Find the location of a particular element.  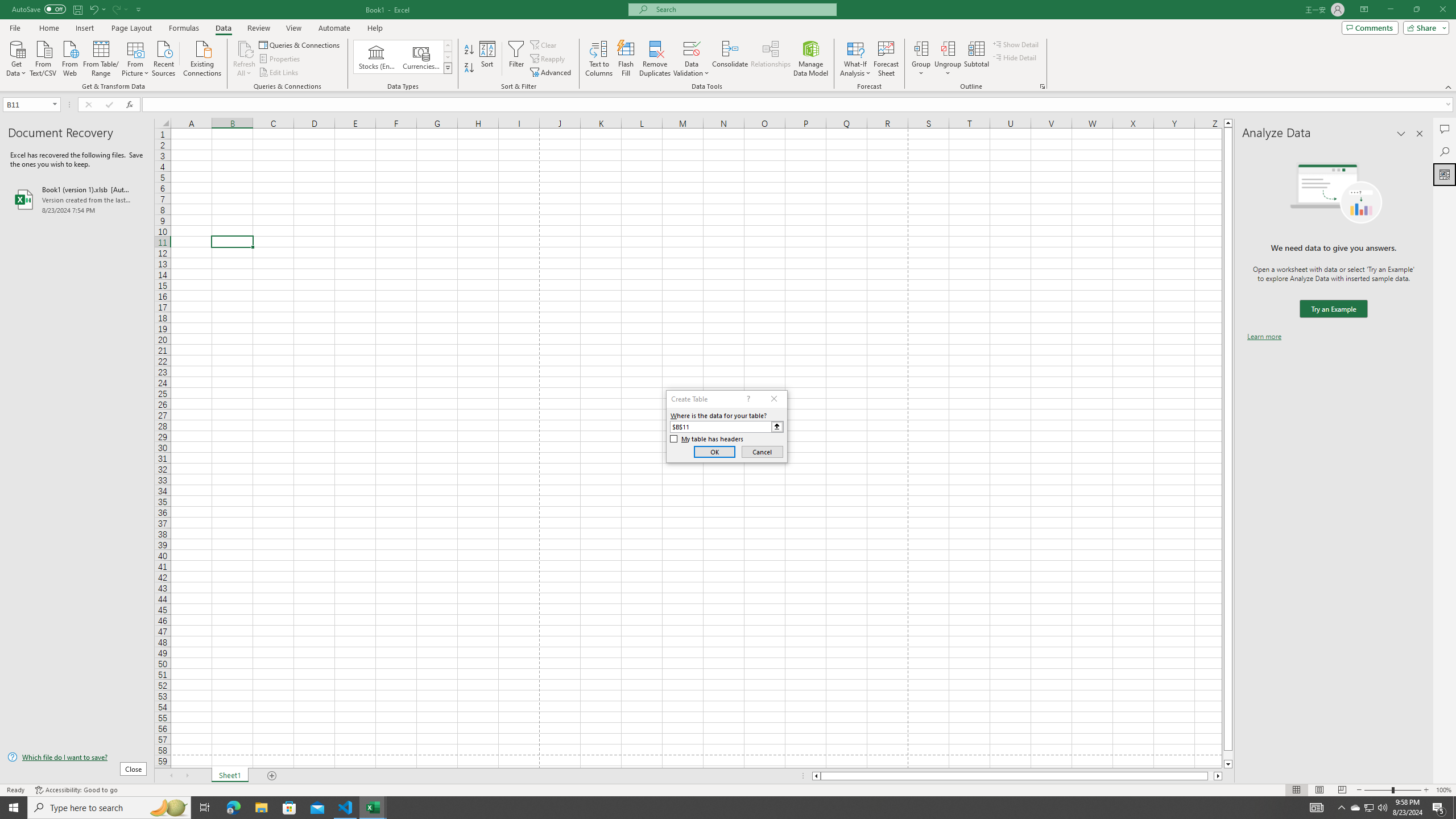

'Reapply' is located at coordinates (549, 59).